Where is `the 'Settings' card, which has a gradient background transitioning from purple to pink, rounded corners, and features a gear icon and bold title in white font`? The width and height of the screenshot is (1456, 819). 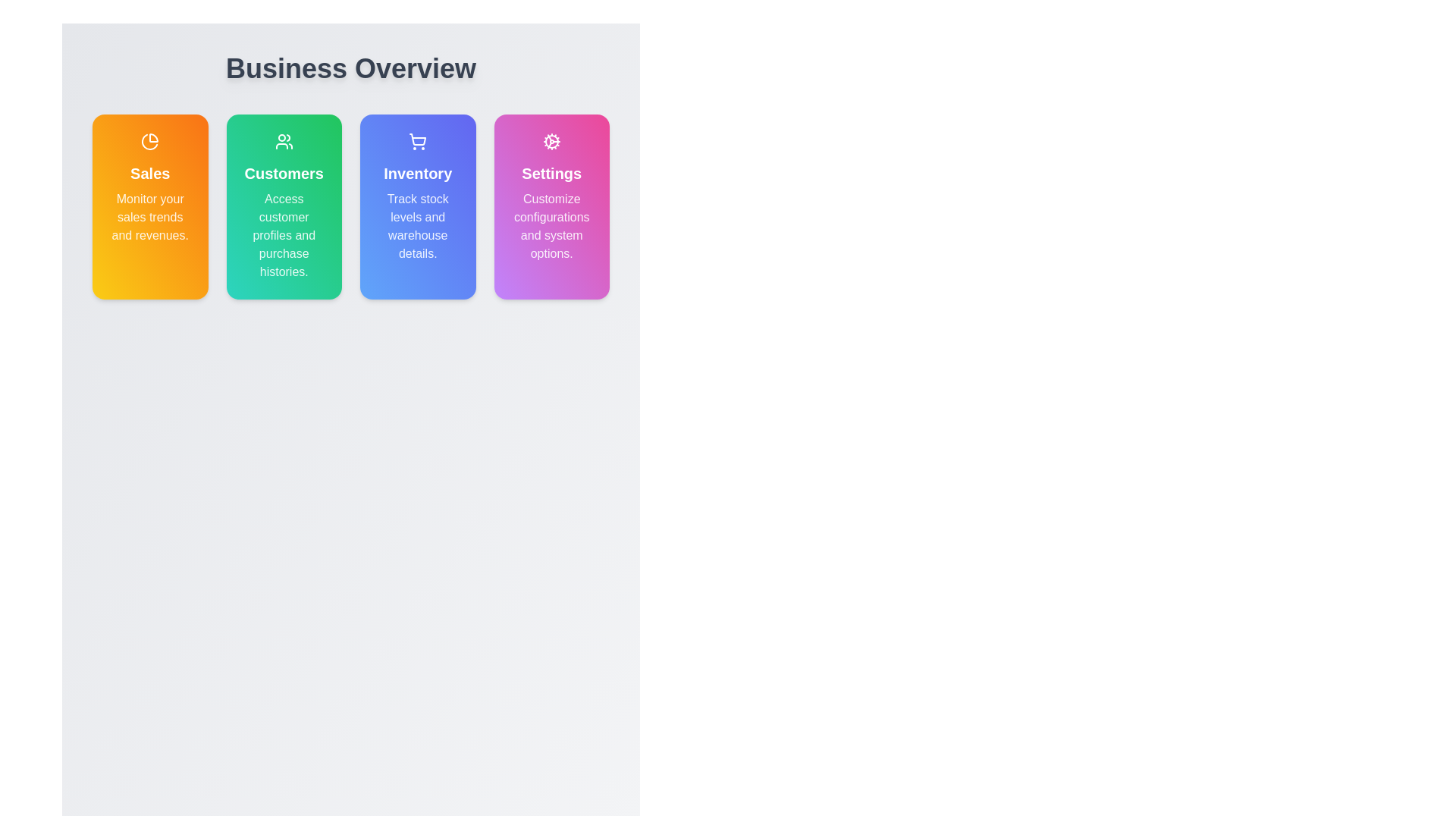
the 'Settings' card, which has a gradient background transitioning from purple to pink, rounded corners, and features a gear icon and bold title in white font is located at coordinates (551, 207).